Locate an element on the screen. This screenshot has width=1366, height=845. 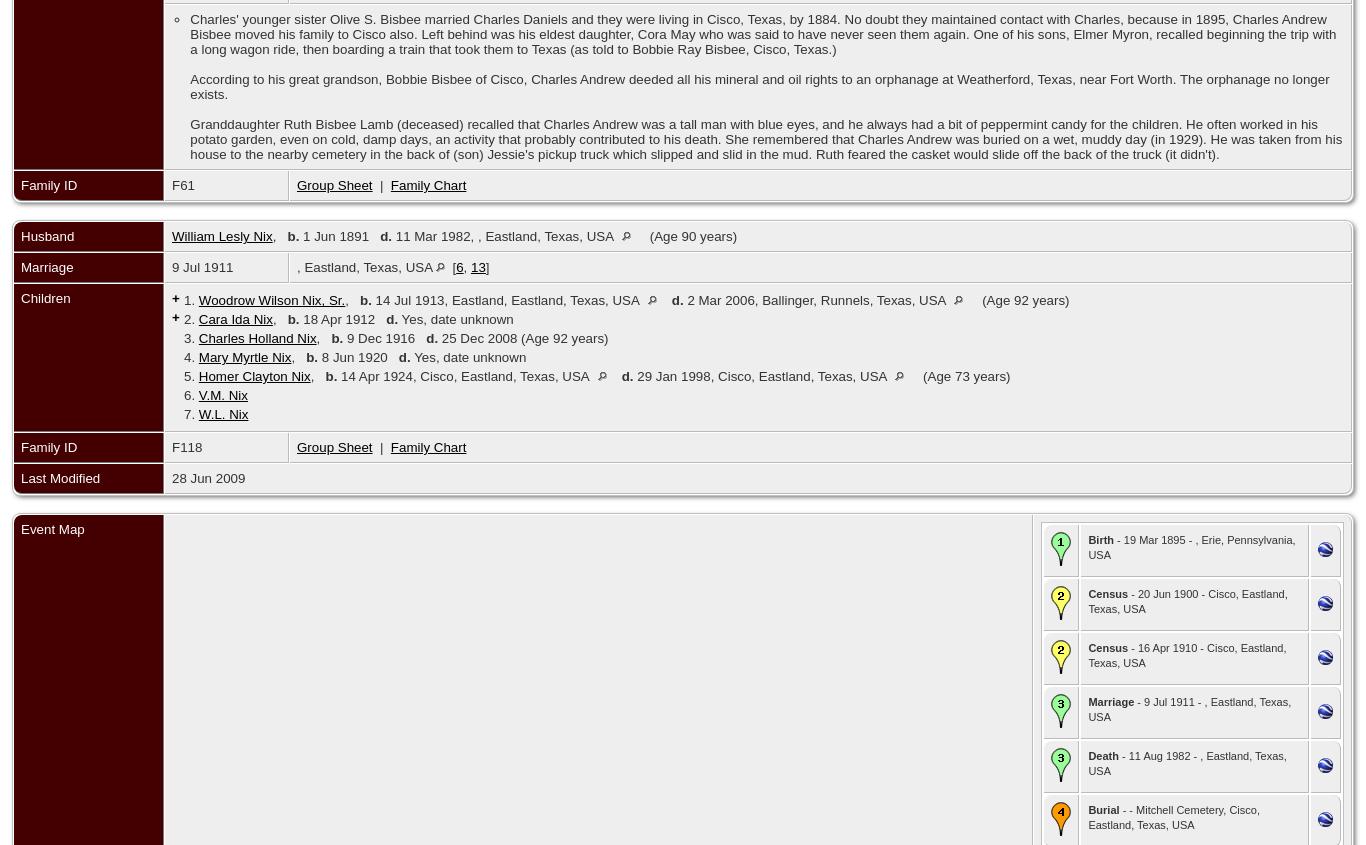
'Event Map' is located at coordinates (52, 528).